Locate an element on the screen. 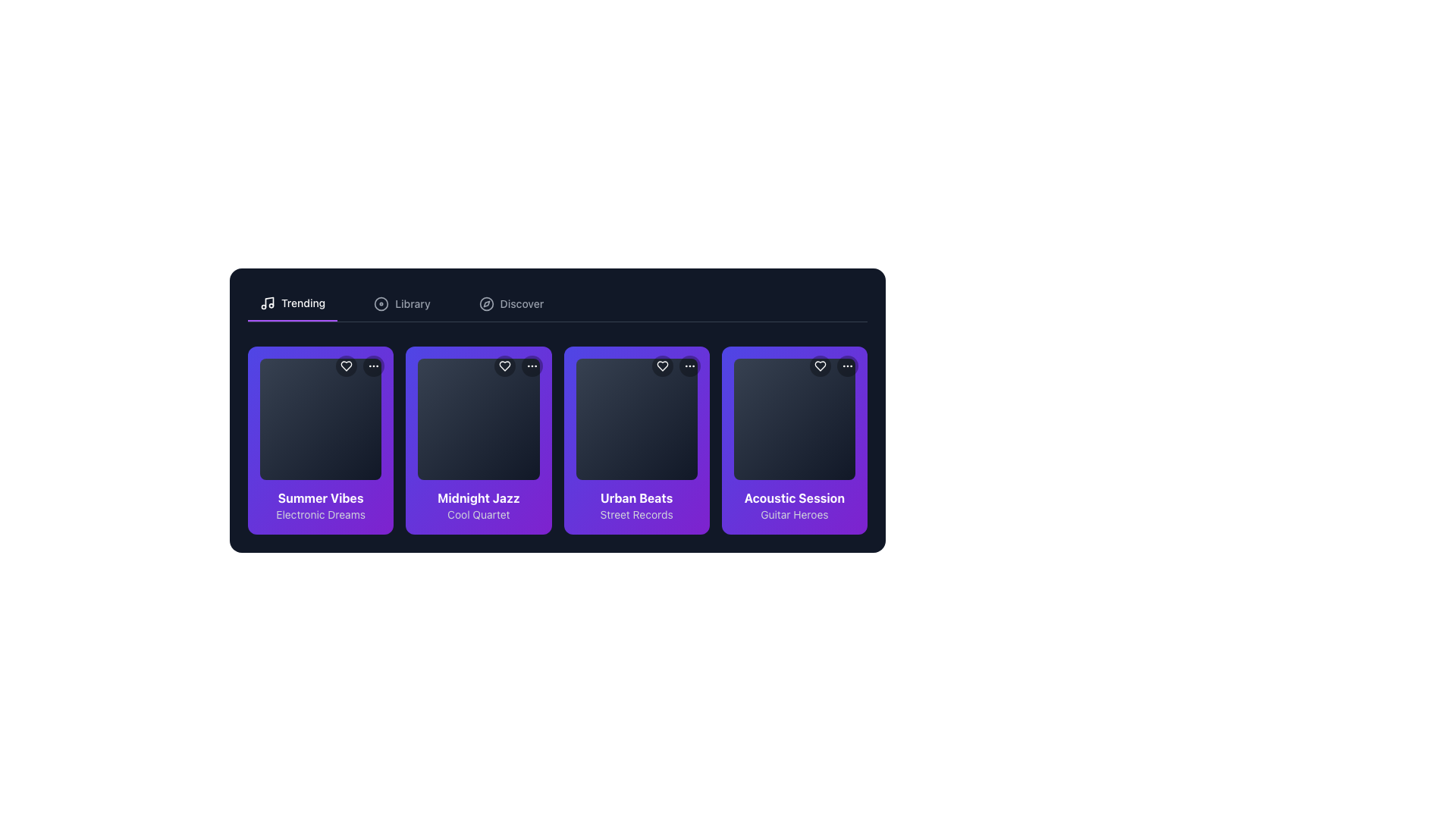  the heart icon button in the top-right corner of the 'Summer Vibes' card is located at coordinates (346, 366).